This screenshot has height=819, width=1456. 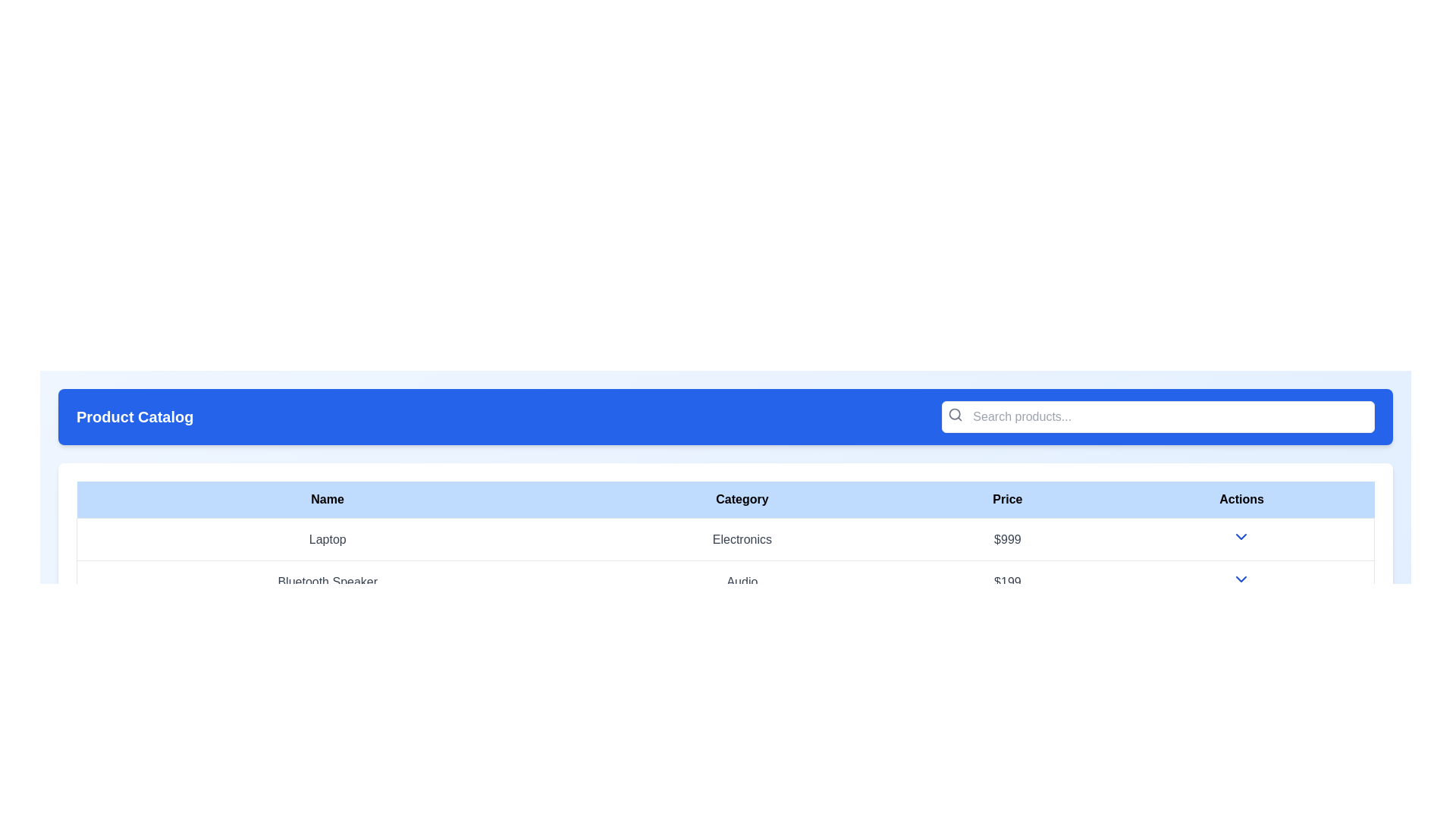 What do you see at coordinates (1241, 581) in the screenshot?
I see `the dropdown toggle indicator in the 'Actions' column of the 'Bluetooth Speaker' product row` at bounding box center [1241, 581].